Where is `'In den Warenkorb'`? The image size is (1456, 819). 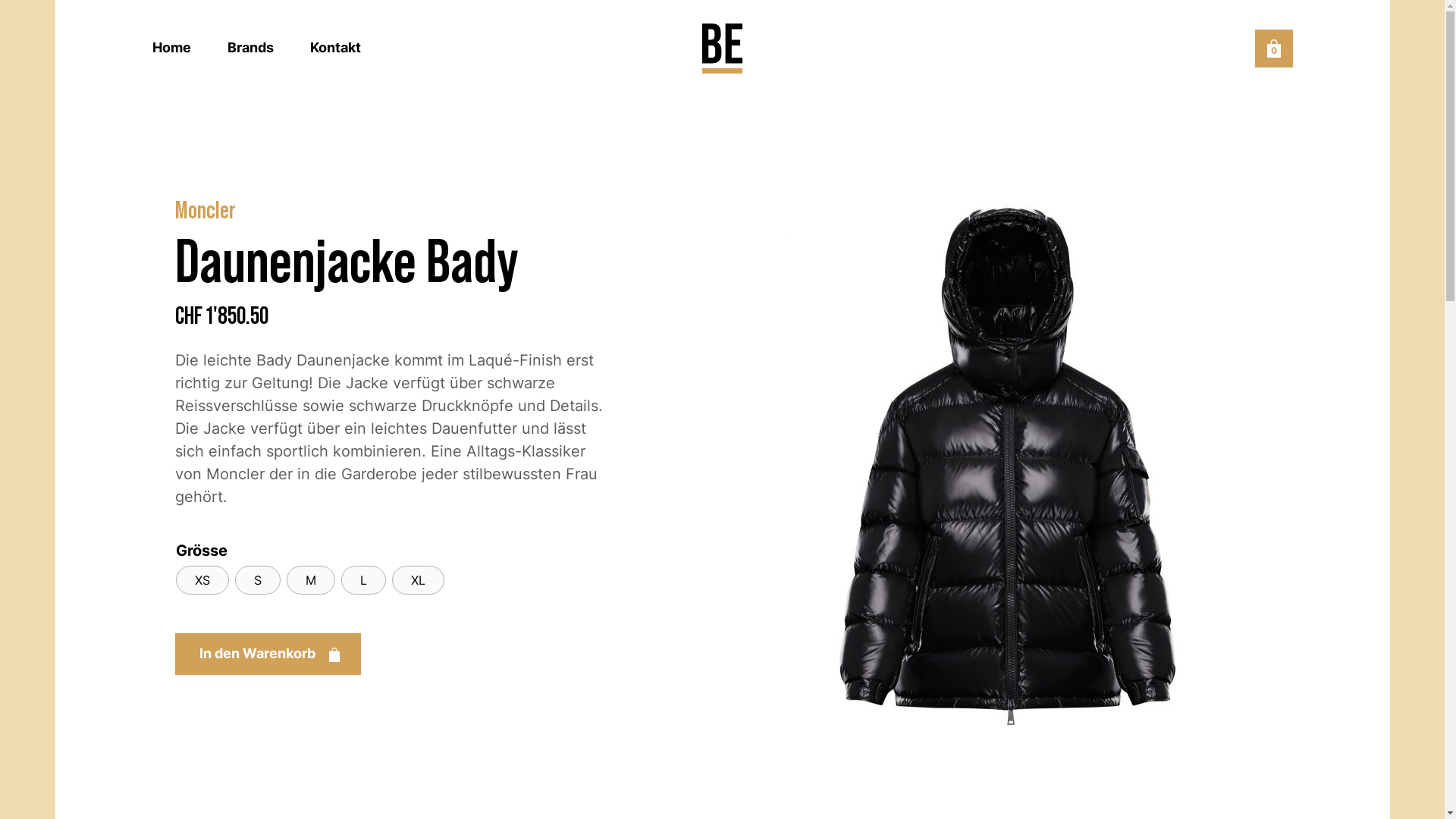 'In den Warenkorb' is located at coordinates (267, 653).